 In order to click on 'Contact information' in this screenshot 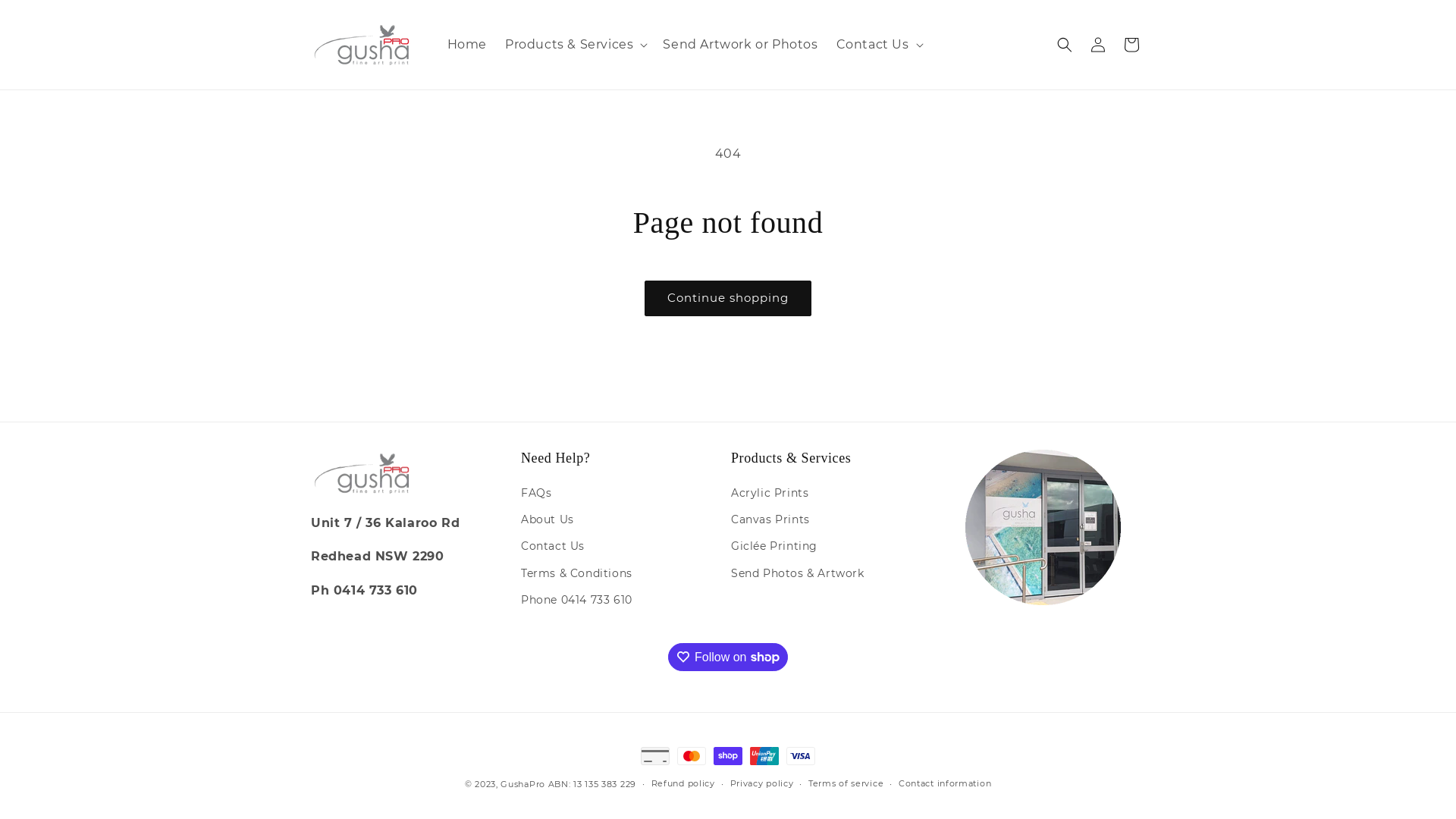, I will do `click(899, 783)`.